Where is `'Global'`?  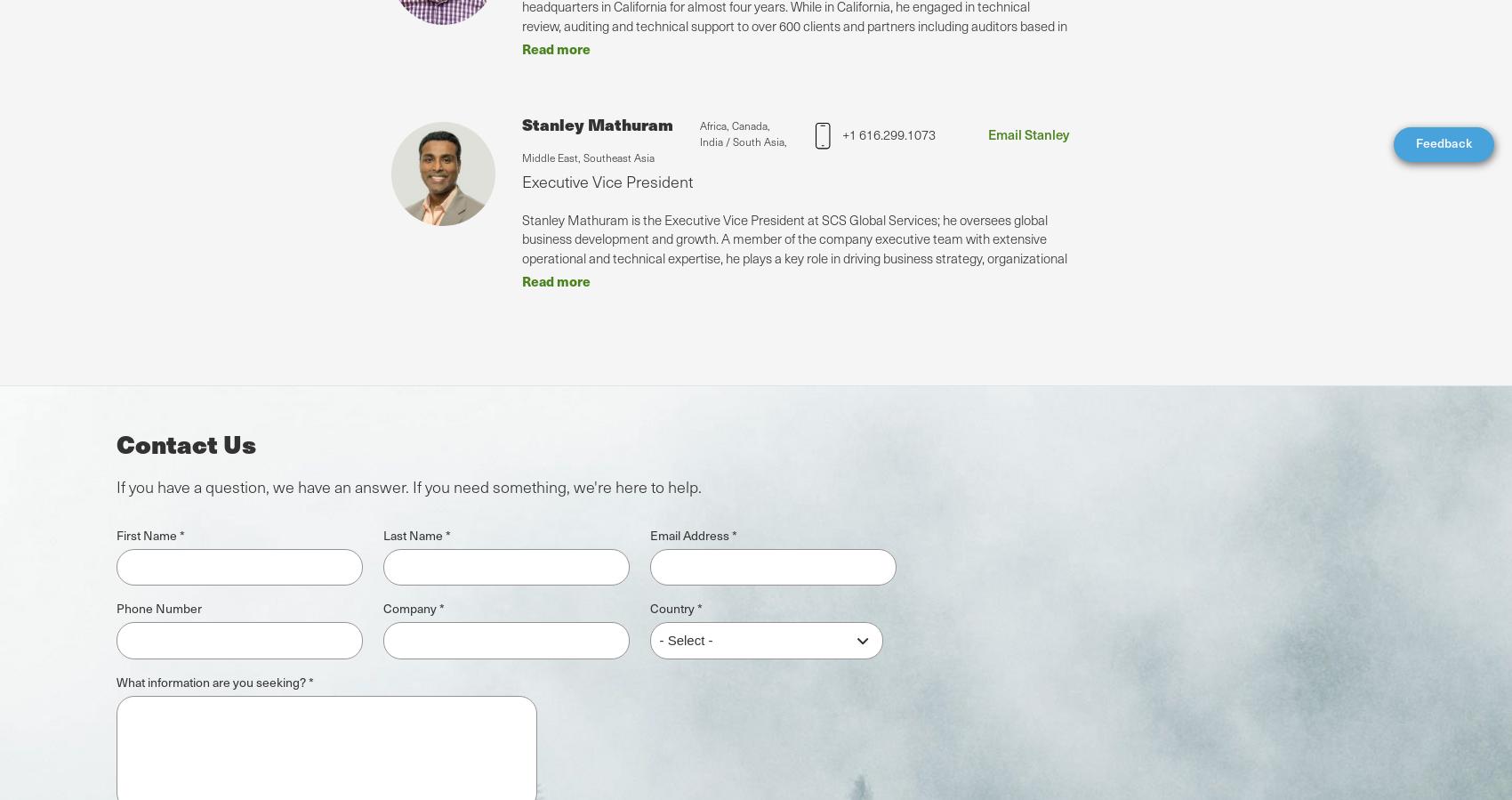
'Global' is located at coordinates (61, 687).